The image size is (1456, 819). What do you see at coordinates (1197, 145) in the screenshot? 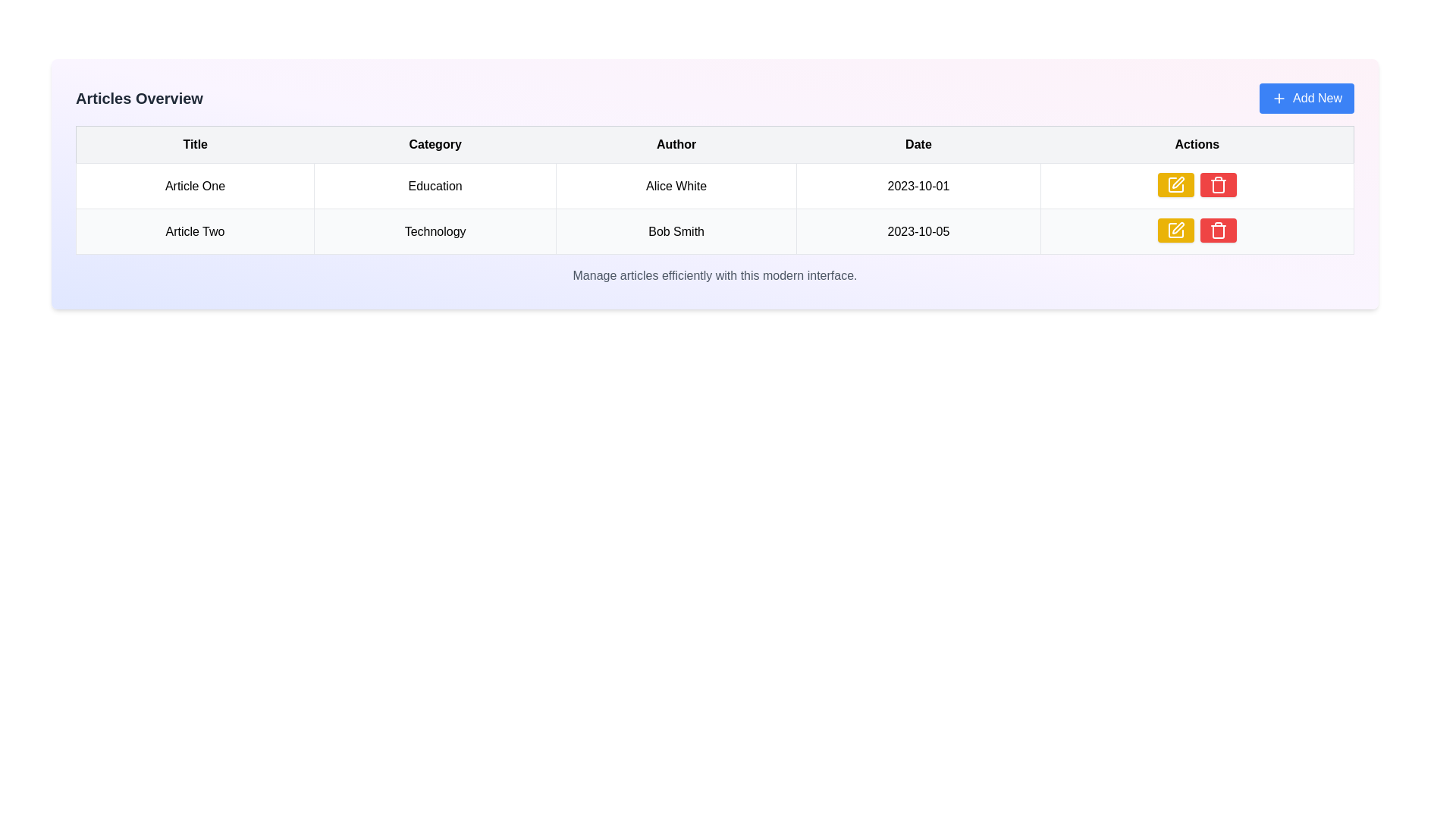
I see `the 'Actions' header cell in the table, which is styled with centered alignment, bold black text on a light background, and positioned at the last column of the top row` at bounding box center [1197, 145].